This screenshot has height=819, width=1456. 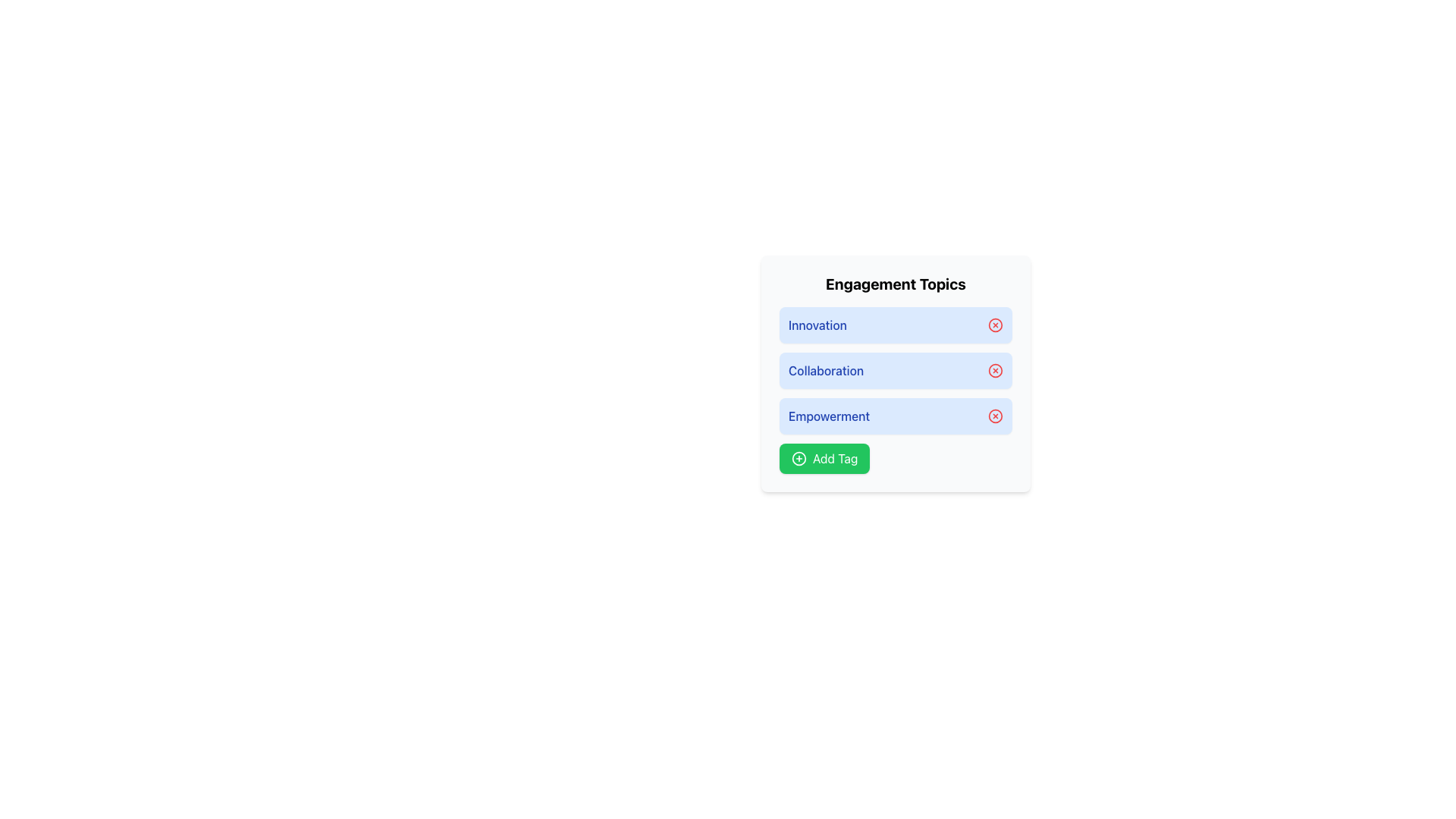 I want to click on the delete button next to the 'Collaboration' label, so click(x=996, y=371).